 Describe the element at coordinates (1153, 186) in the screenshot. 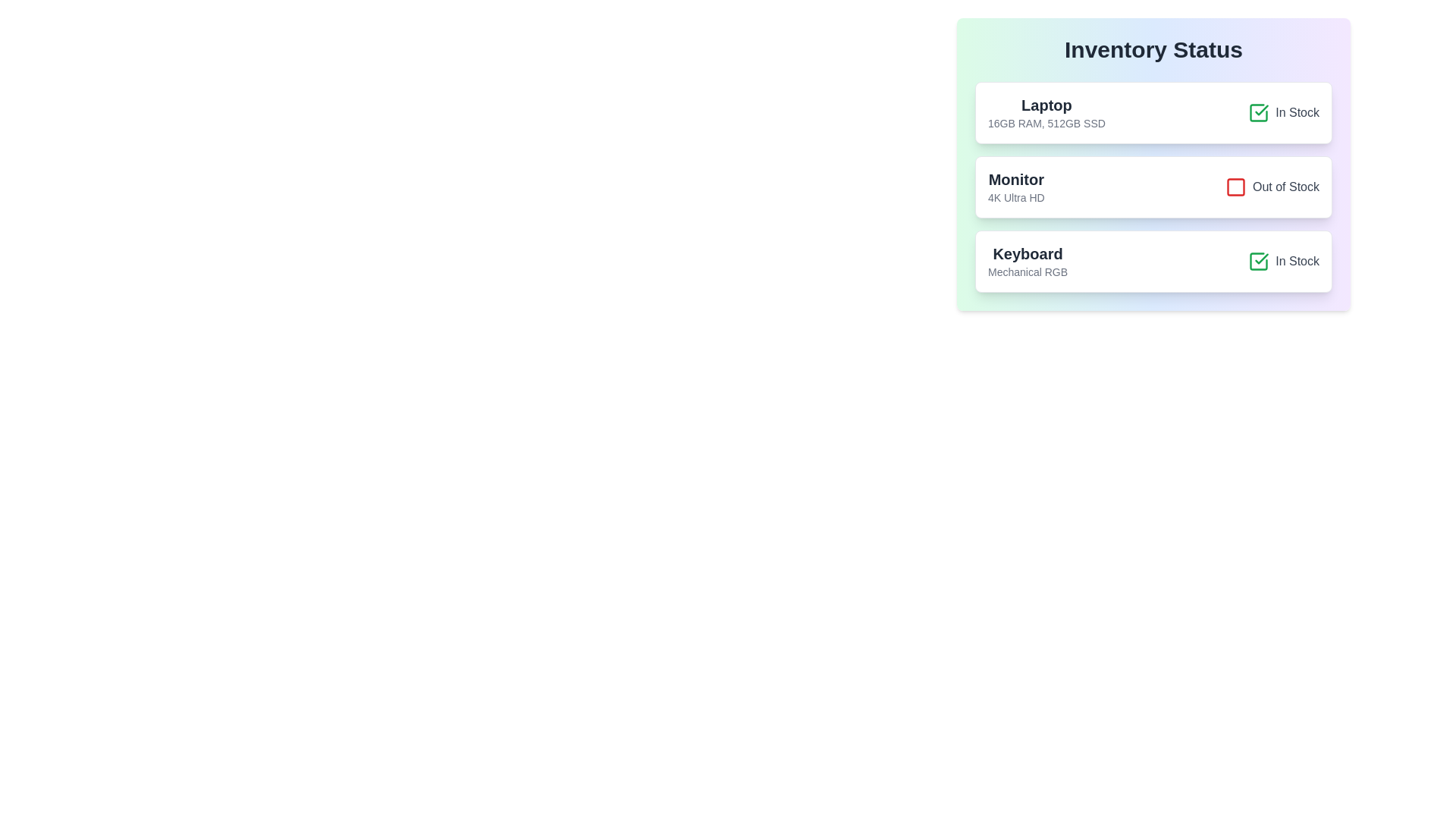

I see `the Information card that indicates the monitor is out of stock, which is the second item in a vertical list of three cards` at that location.